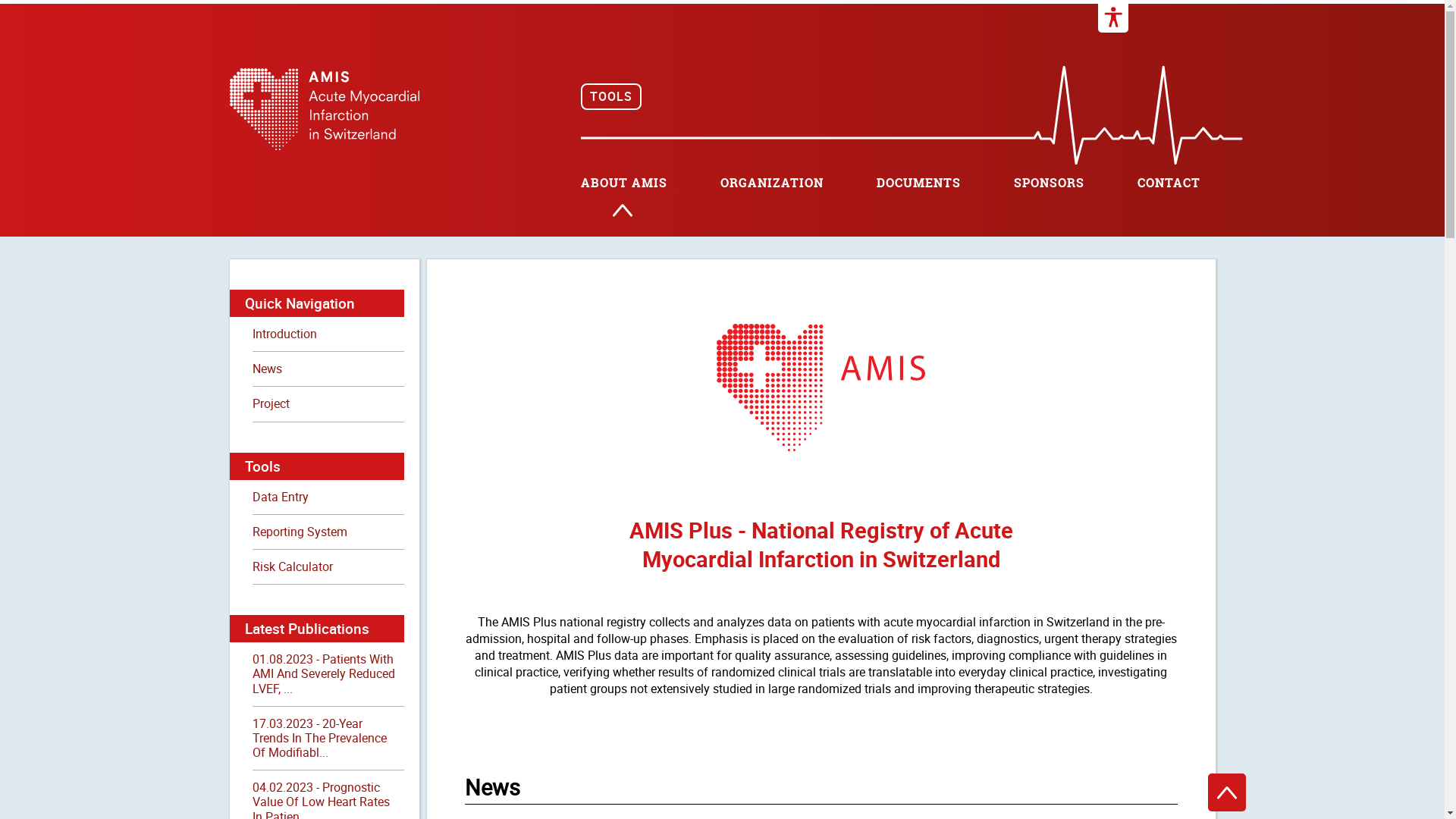  What do you see at coordinates (327, 369) in the screenshot?
I see `'News'` at bounding box center [327, 369].